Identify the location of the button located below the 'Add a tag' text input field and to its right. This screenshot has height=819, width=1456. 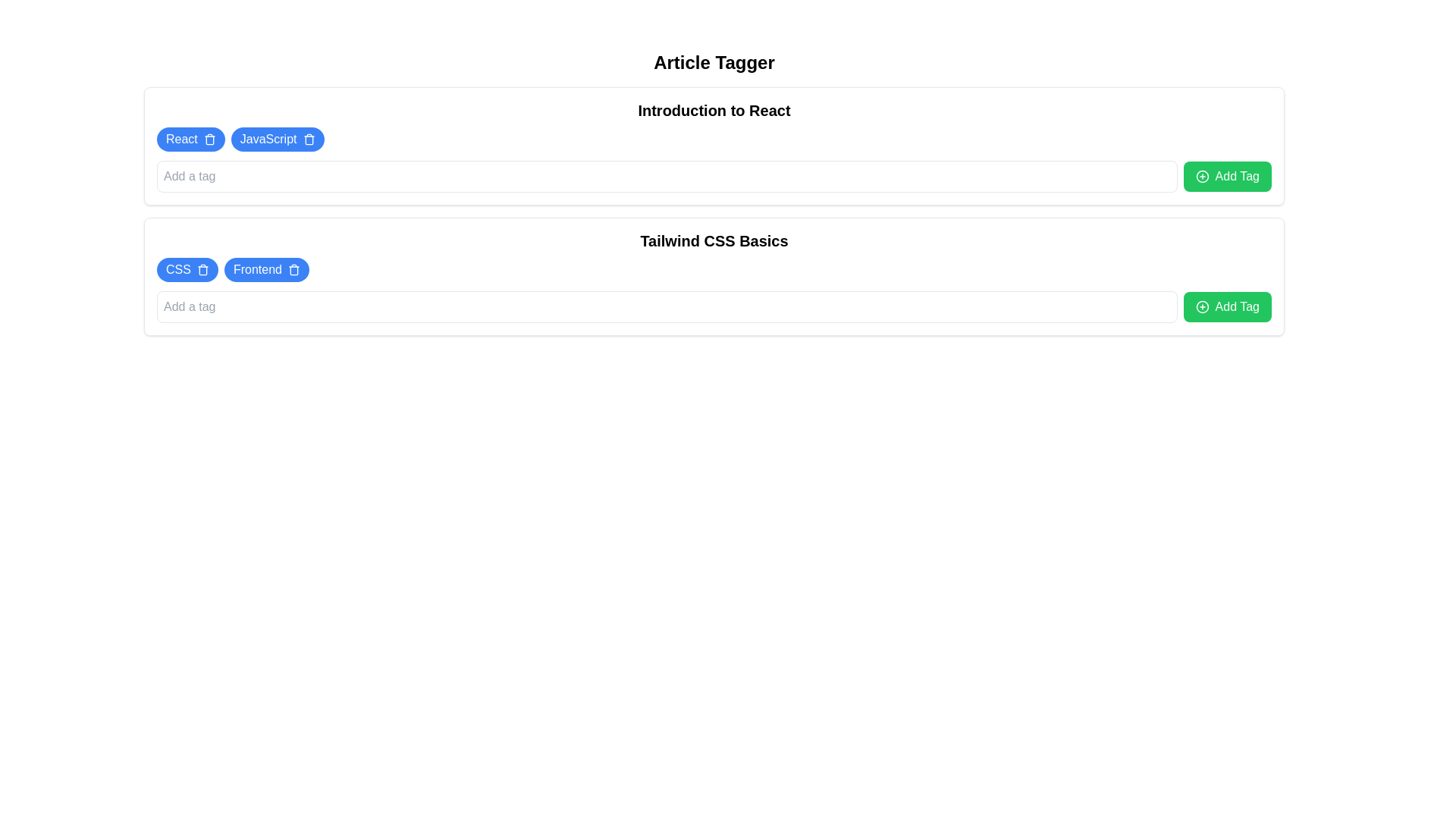
(1227, 175).